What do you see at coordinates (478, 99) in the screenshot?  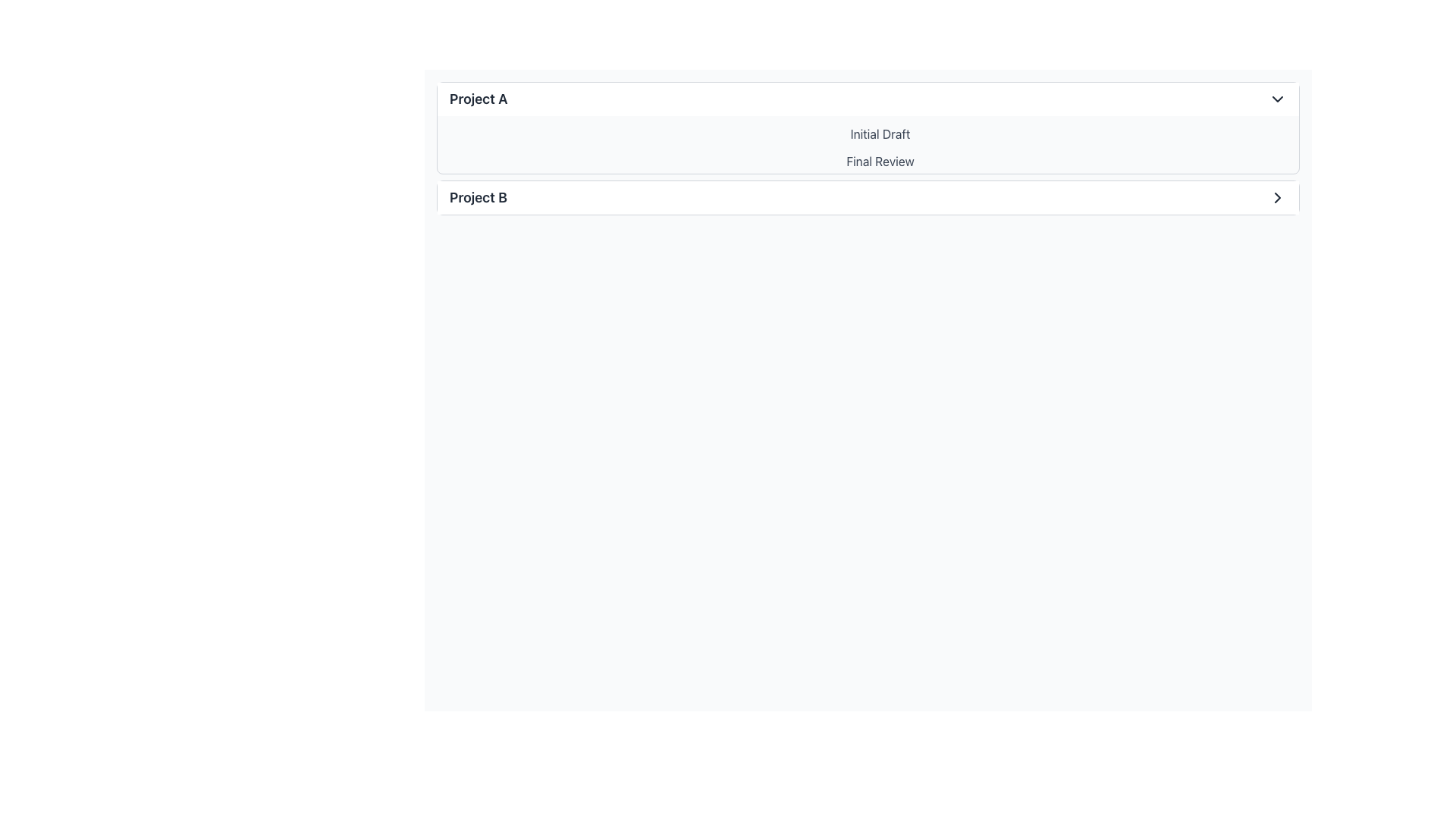 I see `the text label displaying 'Project A', which is styled as a prominent header with bold dark gray text on a white background, located near the top-left corner of the interface` at bounding box center [478, 99].